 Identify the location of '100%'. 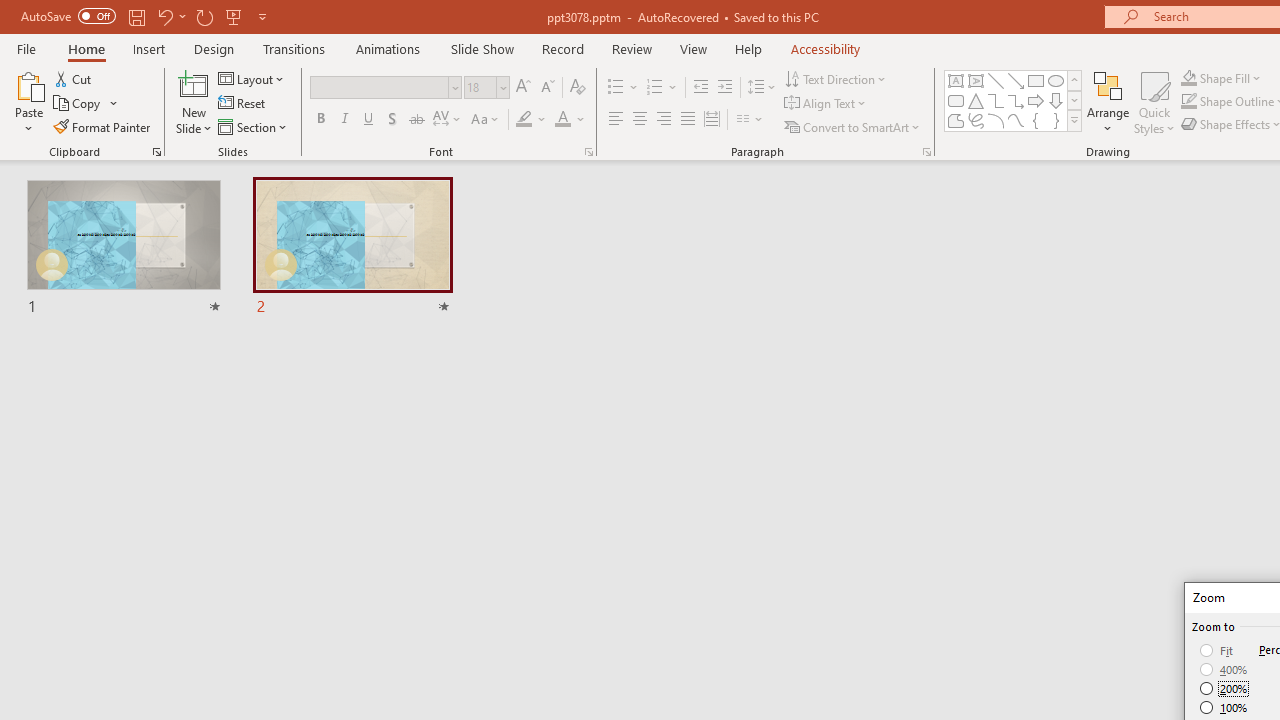
(1223, 706).